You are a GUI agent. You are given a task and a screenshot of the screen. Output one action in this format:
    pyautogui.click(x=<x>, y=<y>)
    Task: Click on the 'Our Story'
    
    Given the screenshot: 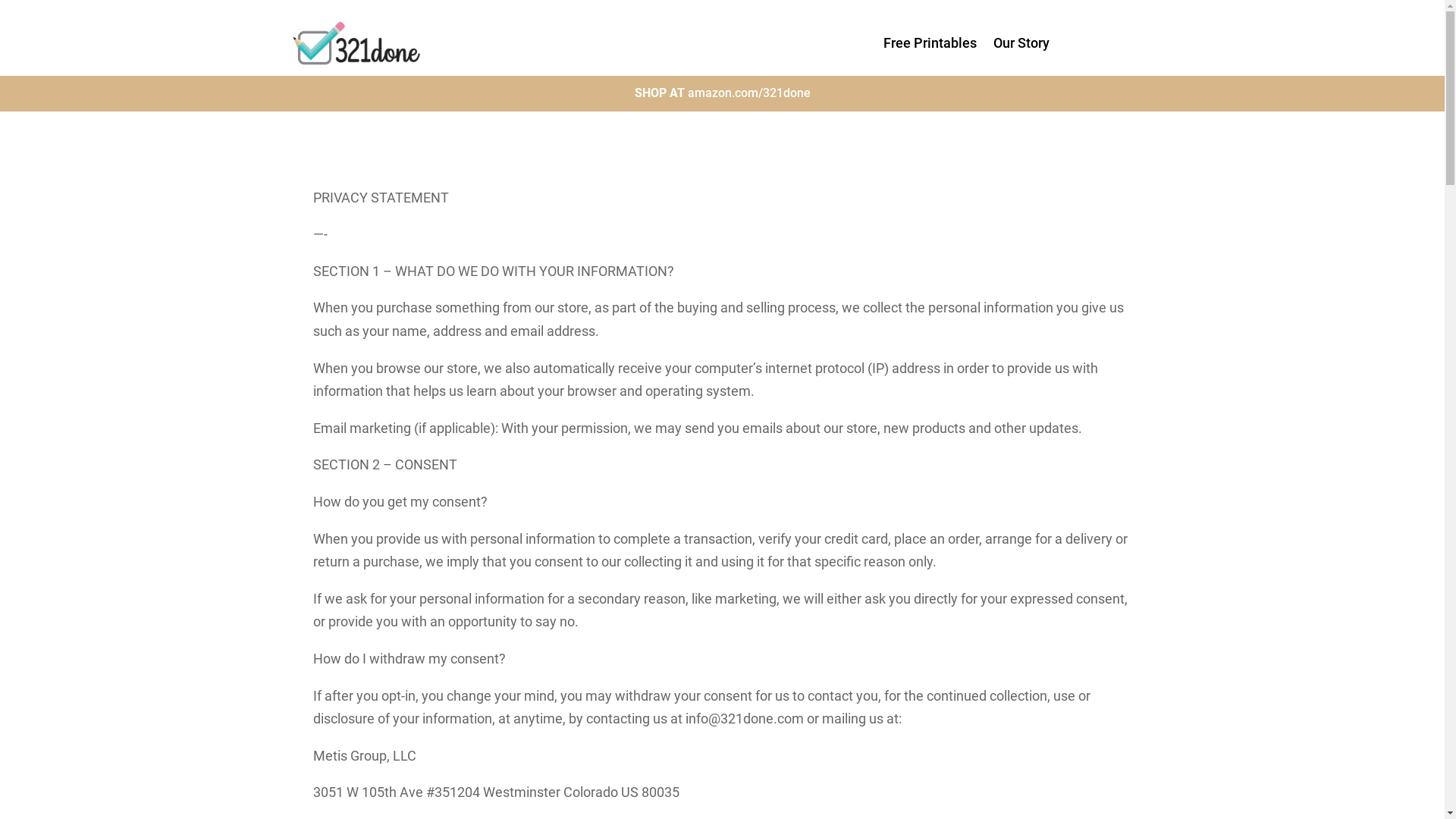 What is the action you would take?
    pyautogui.click(x=993, y=45)
    